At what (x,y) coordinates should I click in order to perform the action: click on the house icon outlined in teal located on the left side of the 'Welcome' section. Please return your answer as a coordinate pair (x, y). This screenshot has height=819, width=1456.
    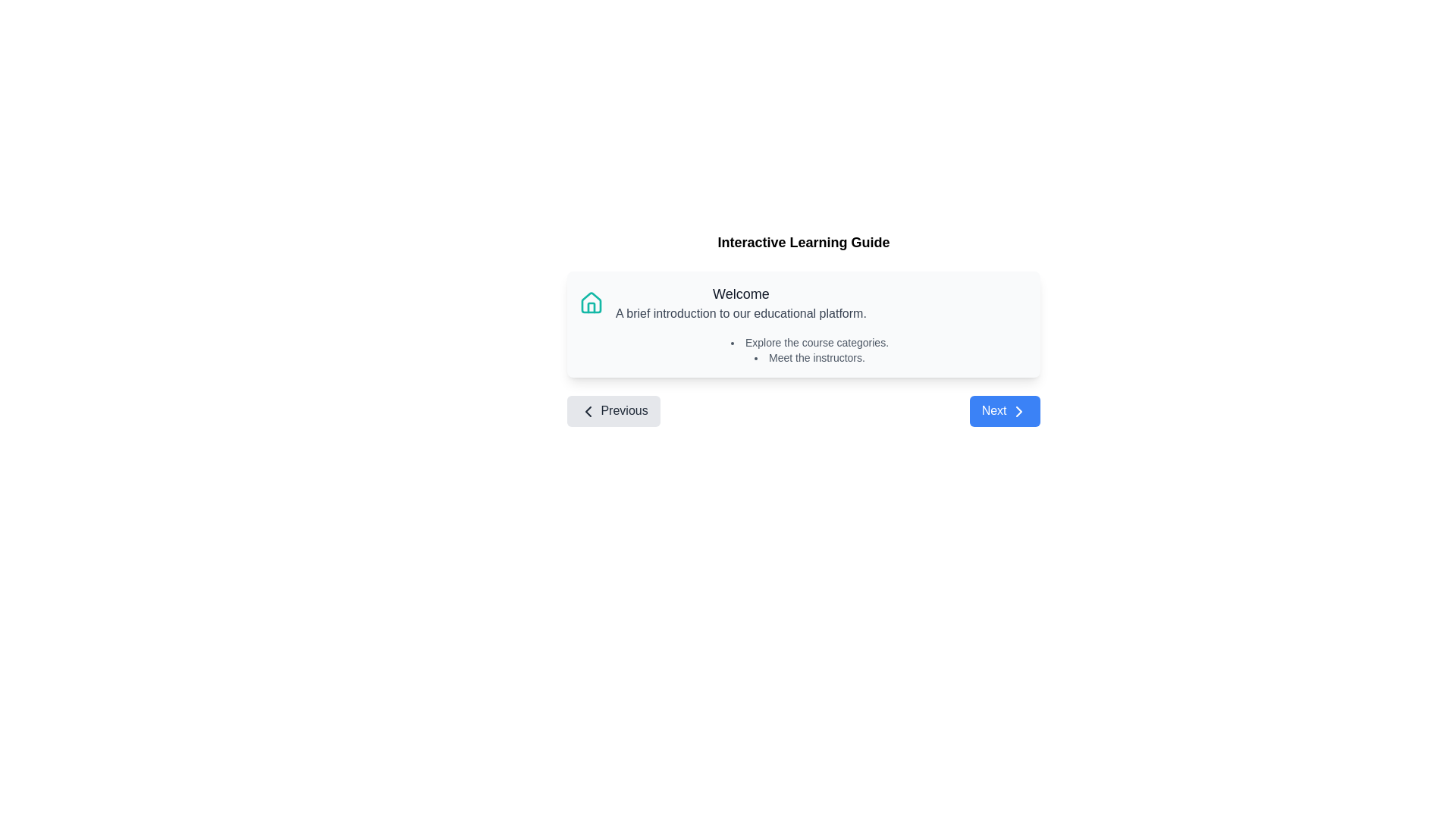
    Looking at the image, I should click on (590, 303).